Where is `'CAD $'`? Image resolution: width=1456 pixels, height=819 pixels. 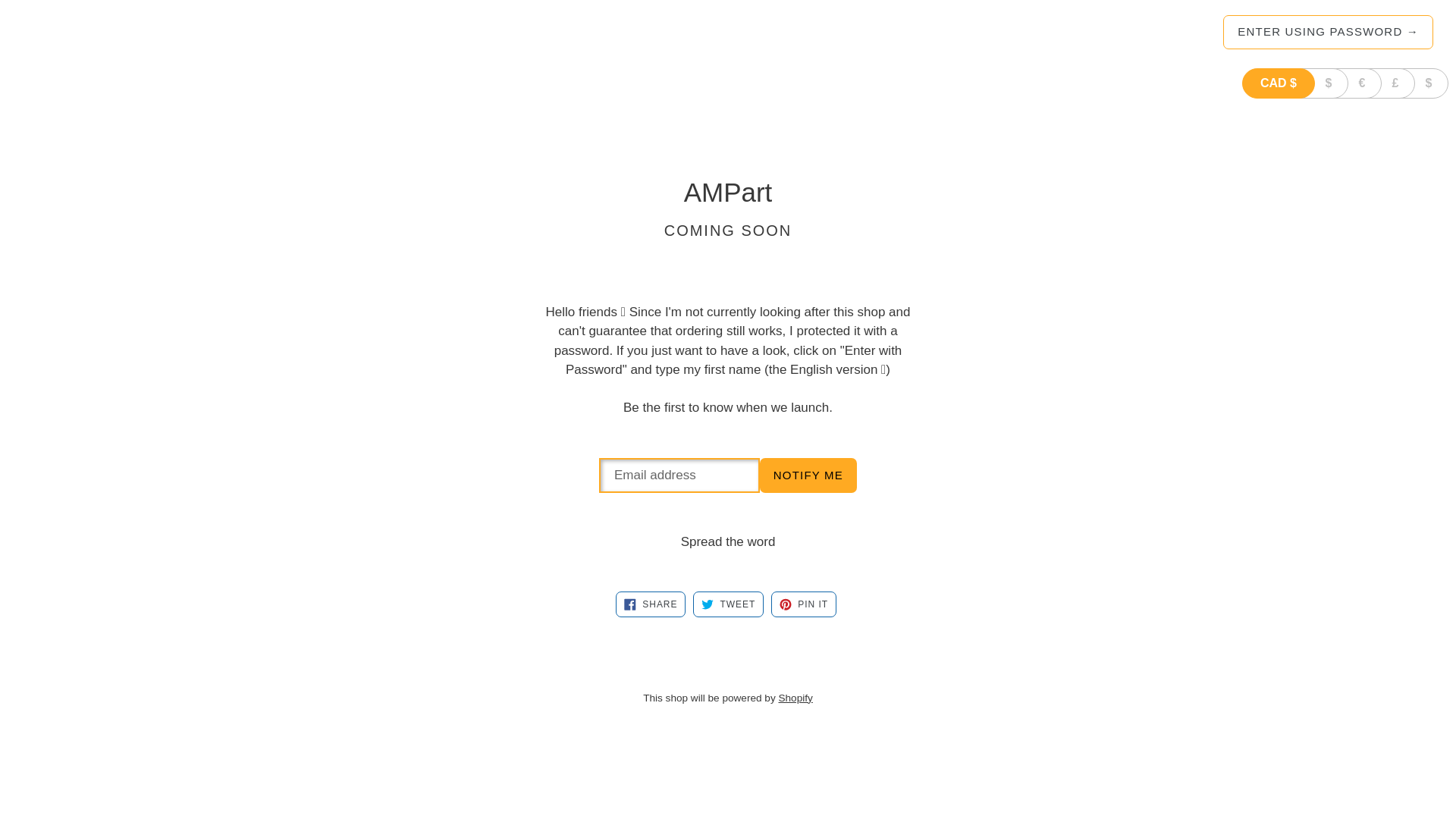 'CAD $' is located at coordinates (1277, 83).